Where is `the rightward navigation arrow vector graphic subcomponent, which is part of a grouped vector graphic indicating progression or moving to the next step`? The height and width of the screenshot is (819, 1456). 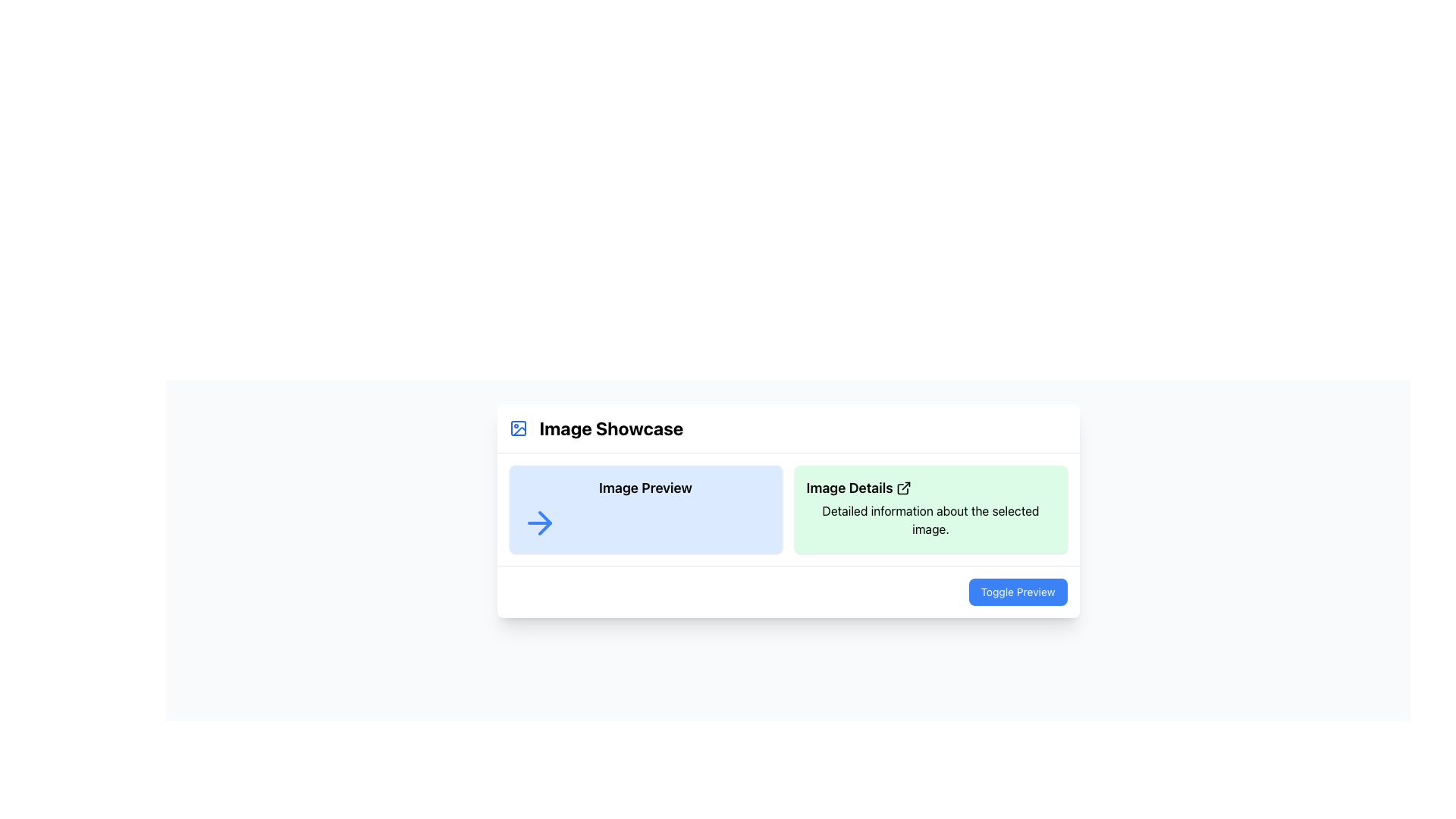
the rightward navigation arrow vector graphic subcomponent, which is part of a grouped vector graphic indicating progression or moving to the next step is located at coordinates (544, 522).